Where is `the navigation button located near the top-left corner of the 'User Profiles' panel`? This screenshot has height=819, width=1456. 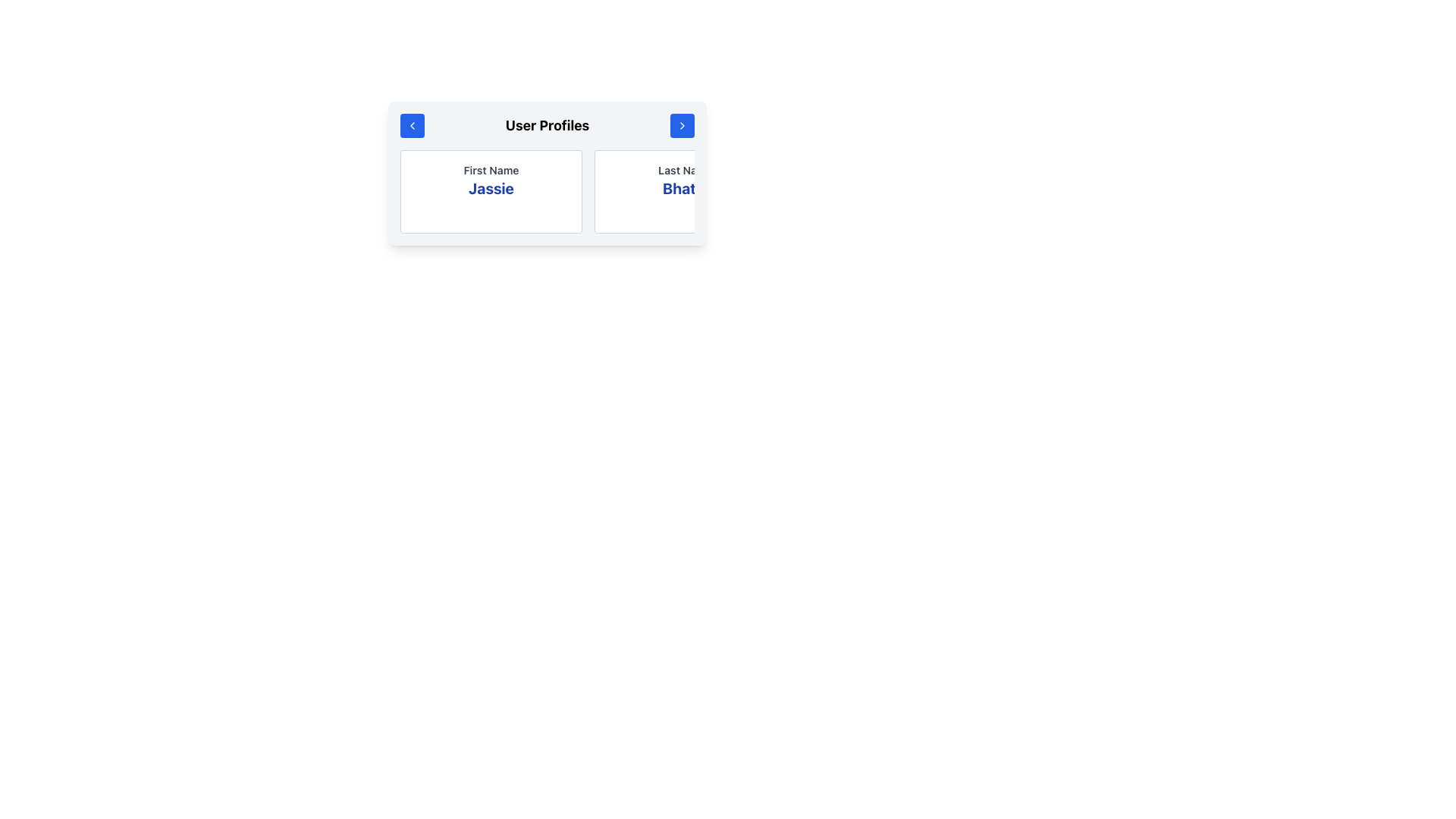 the navigation button located near the top-left corner of the 'User Profiles' panel is located at coordinates (412, 124).